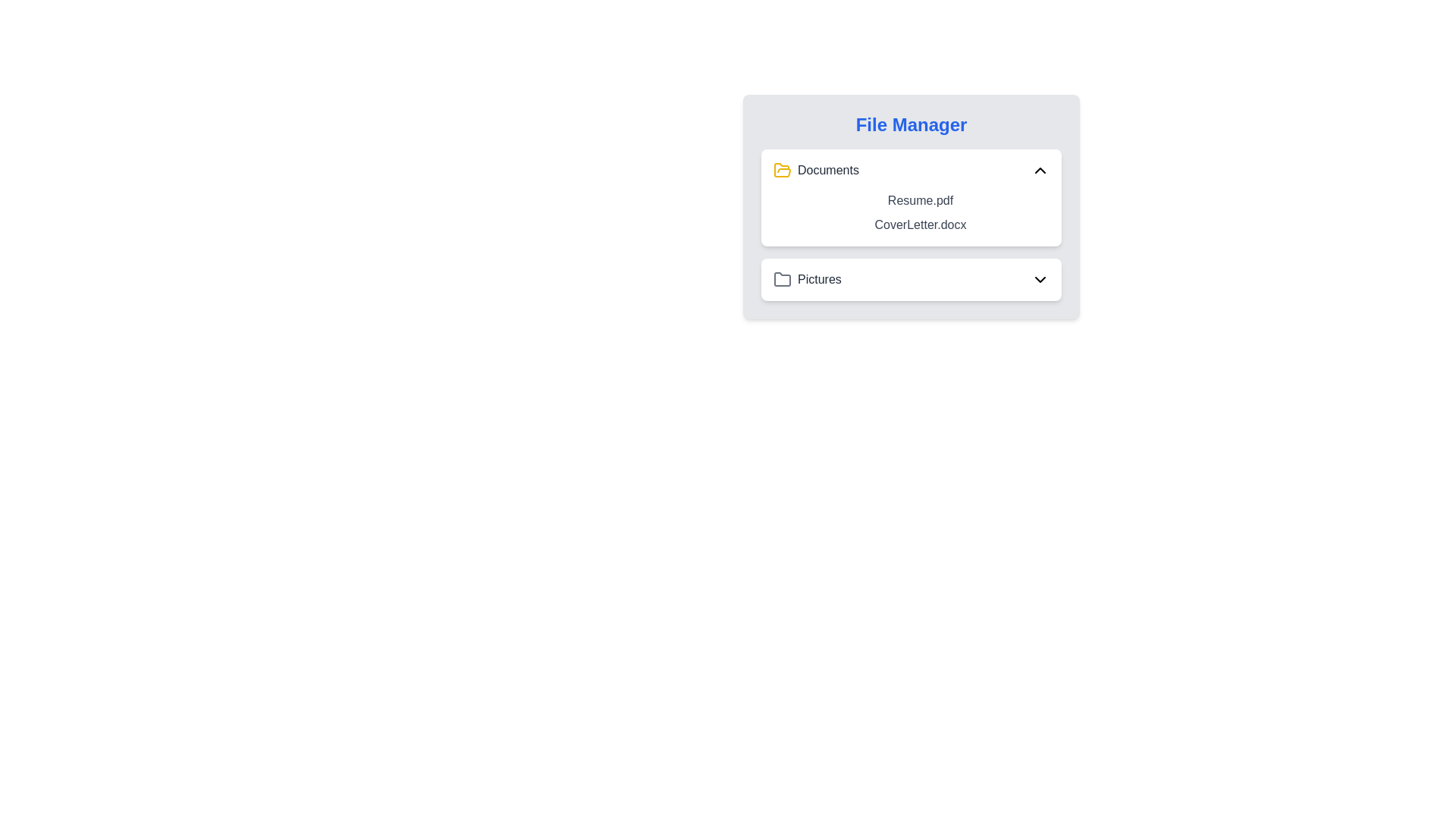  What do you see at coordinates (783, 170) in the screenshot?
I see `the yellowish tinted folder icon located near the 'Documents' label in the 'File Manager' pane` at bounding box center [783, 170].